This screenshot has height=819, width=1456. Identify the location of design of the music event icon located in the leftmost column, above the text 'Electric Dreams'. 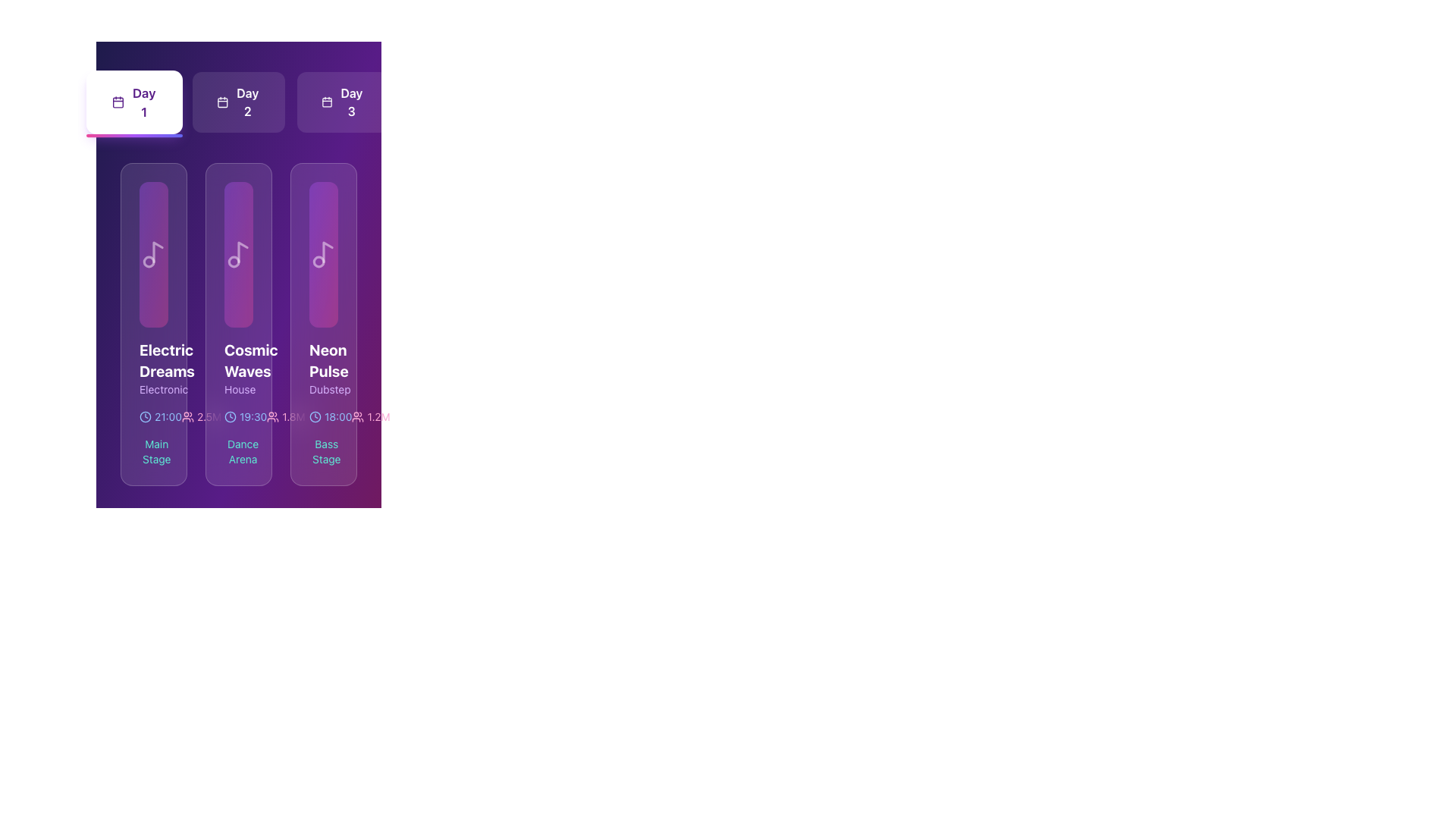
(153, 253).